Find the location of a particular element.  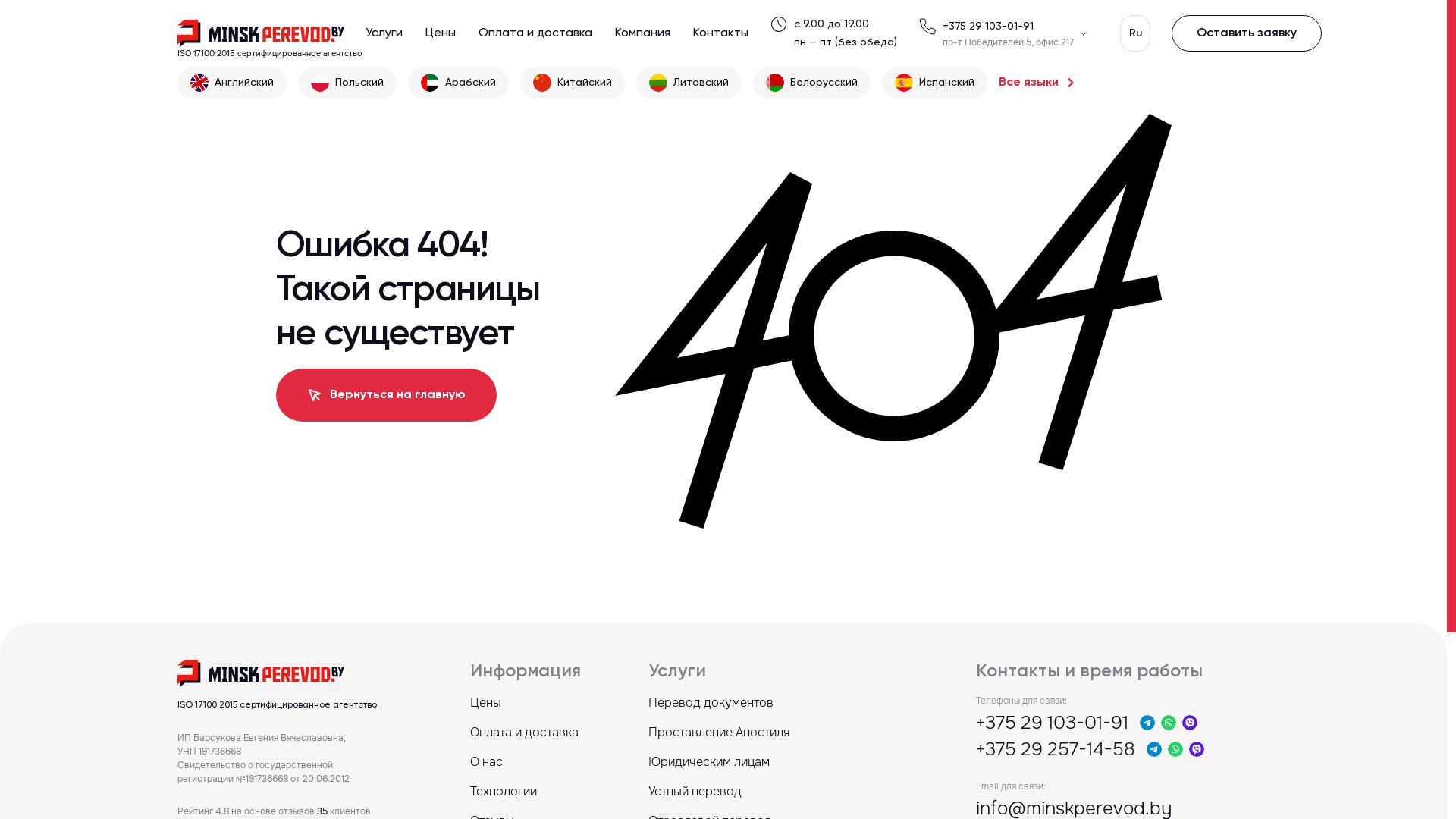

'+375 29 257-14-58' is located at coordinates (1055, 748).